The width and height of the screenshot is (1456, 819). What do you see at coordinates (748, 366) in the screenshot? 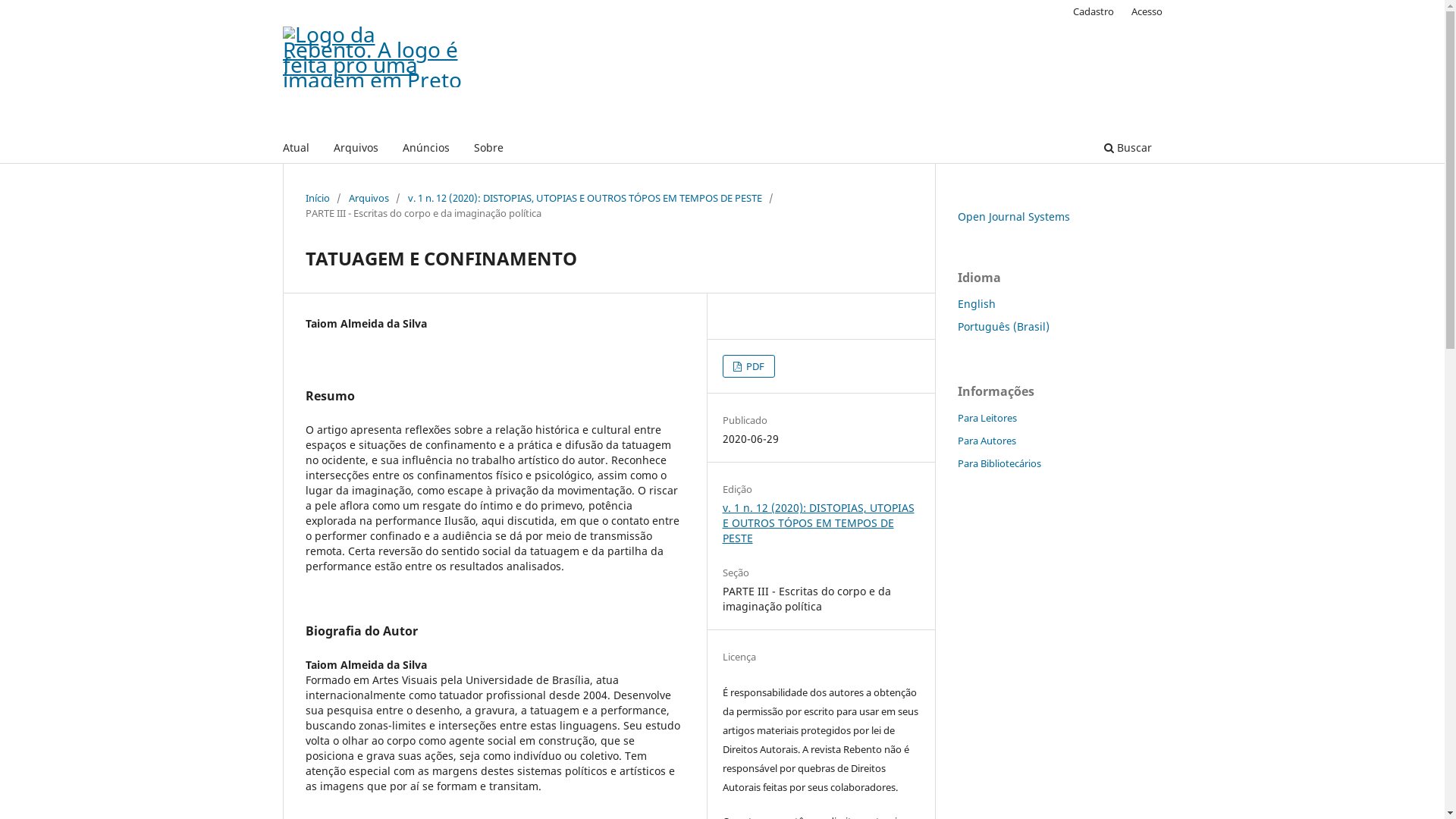
I see `'PDF'` at bounding box center [748, 366].